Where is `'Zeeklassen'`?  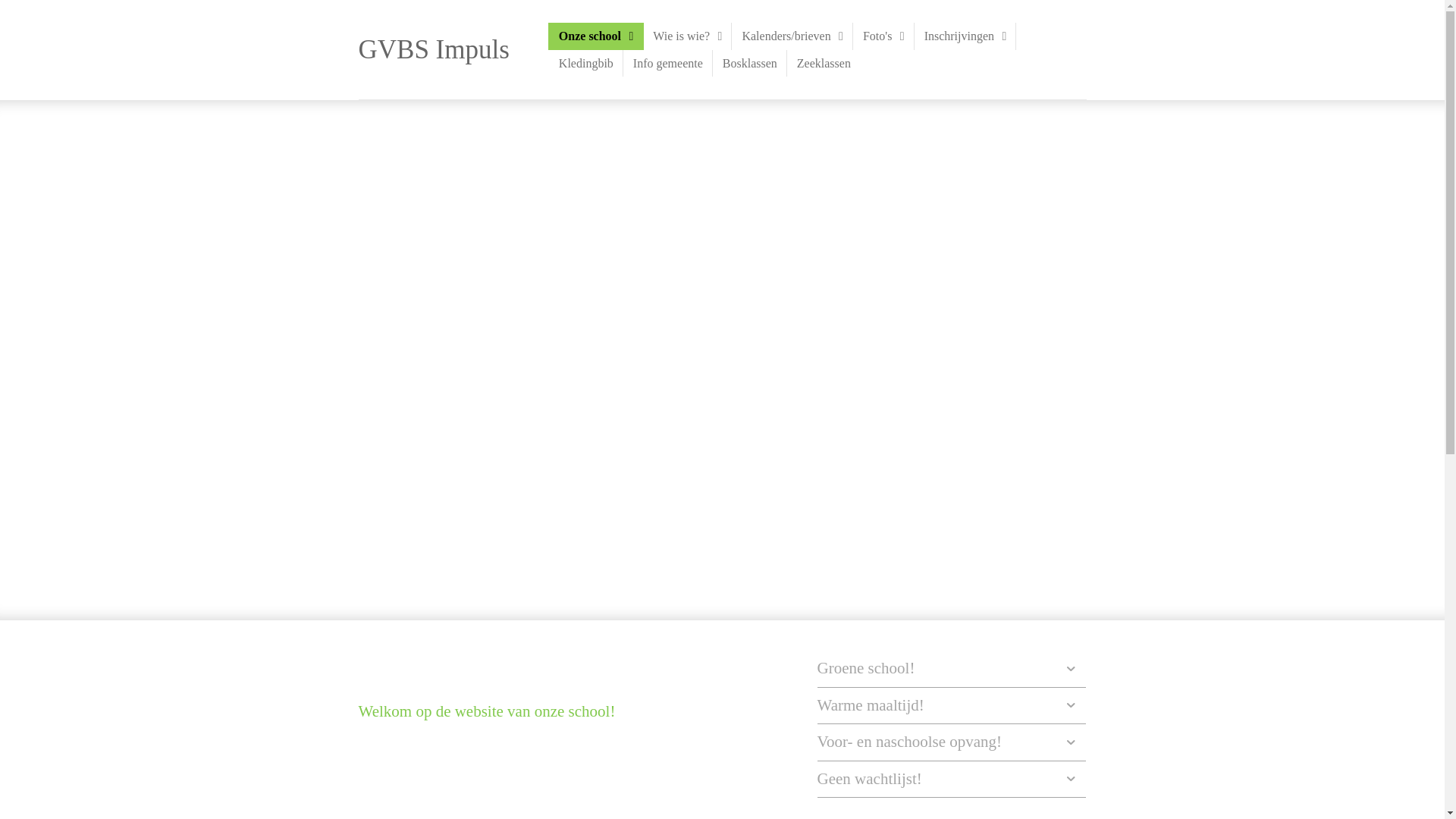 'Zeeklassen' is located at coordinates (823, 63).